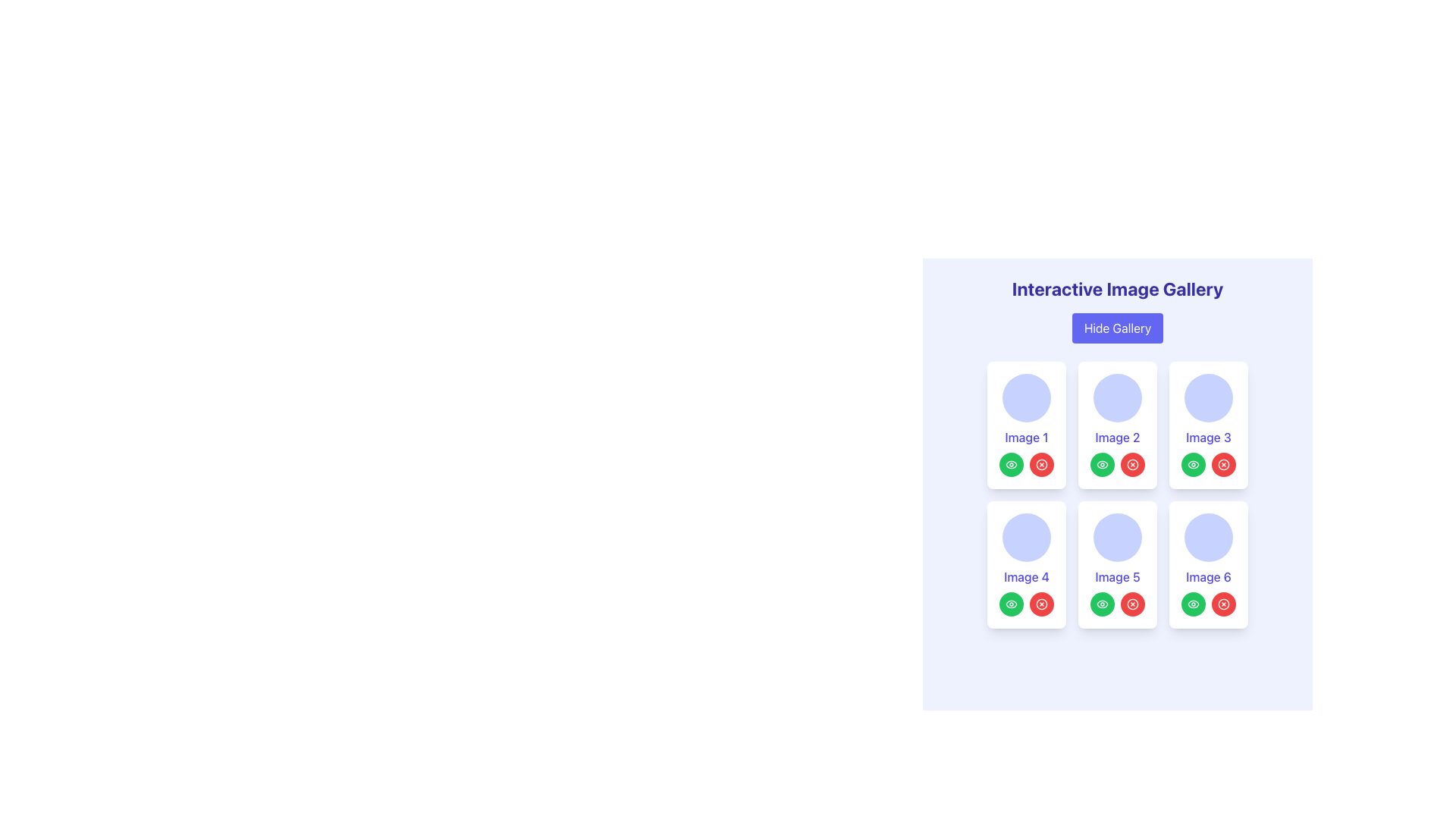 The image size is (1456, 819). Describe the element at coordinates (1012, 604) in the screenshot. I see `the green circular button with a white eye icon located below 'Image 4' to visualize its hover effects` at that location.